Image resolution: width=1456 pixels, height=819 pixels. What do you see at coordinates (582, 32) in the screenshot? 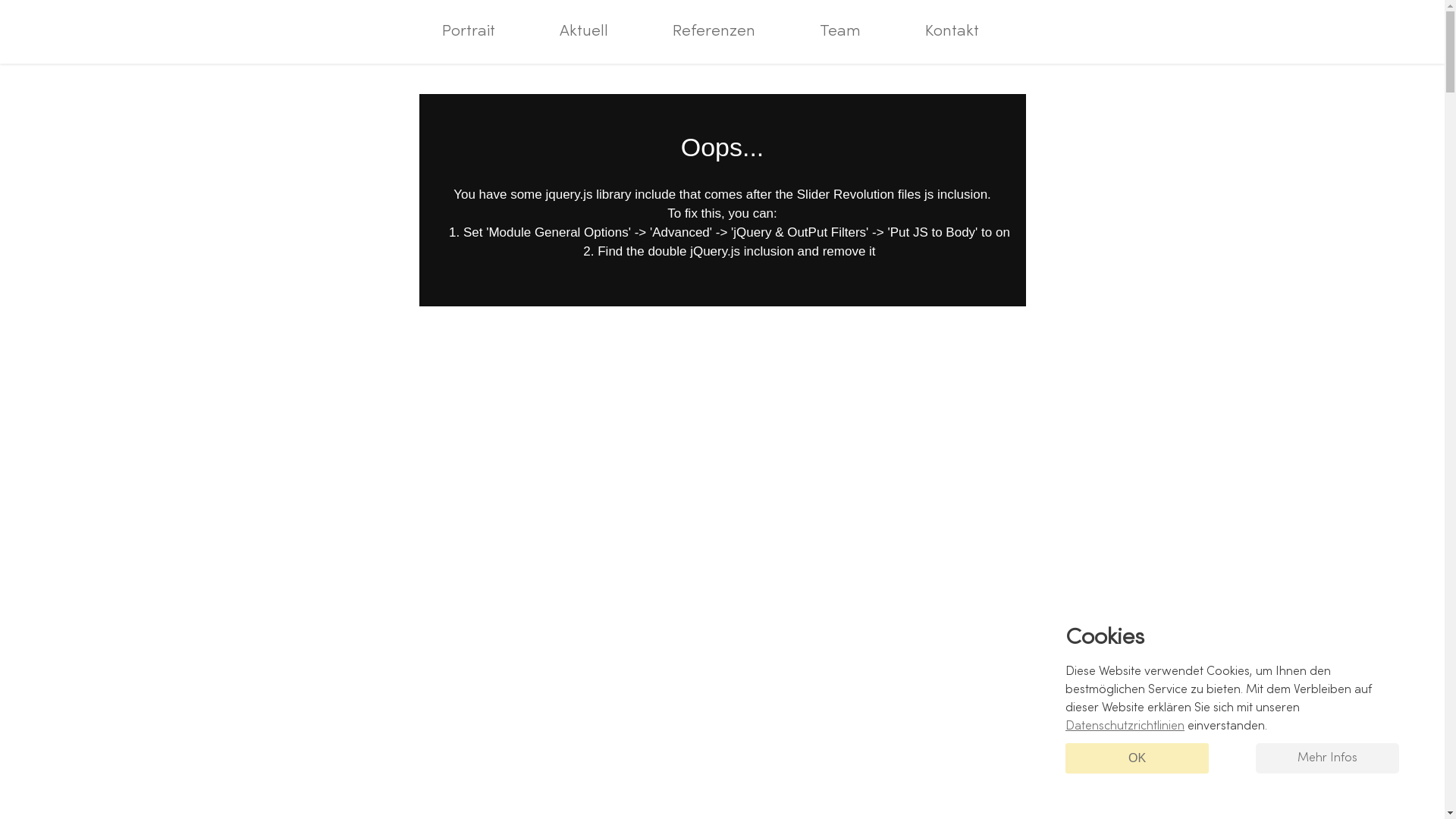
I see `'Aktuell'` at bounding box center [582, 32].